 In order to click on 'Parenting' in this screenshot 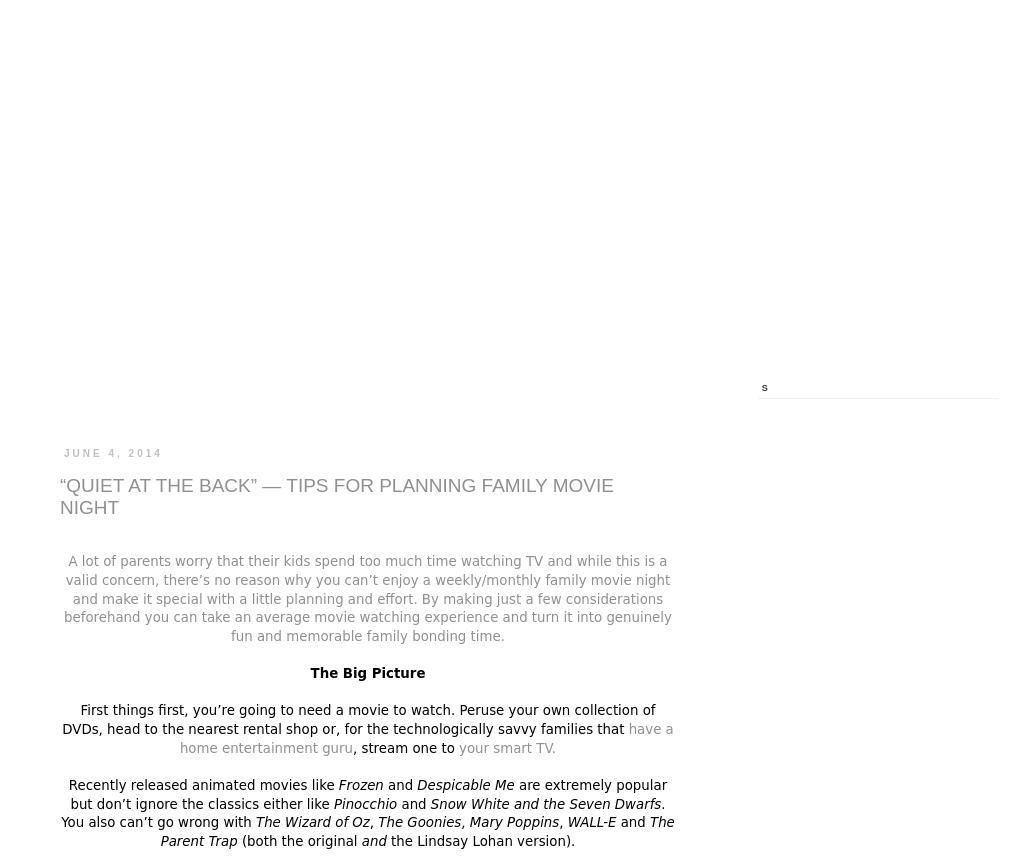, I will do `click(317, 388)`.